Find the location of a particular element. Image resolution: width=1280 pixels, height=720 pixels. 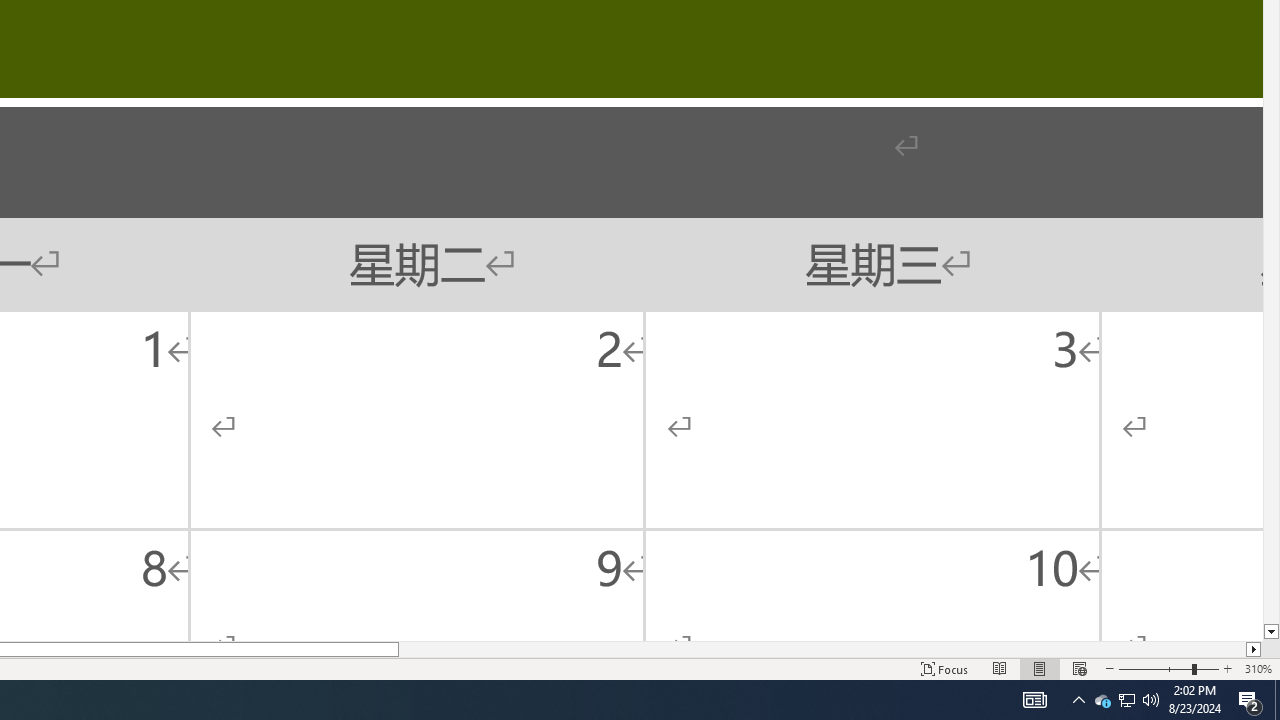

'Read Mode' is located at coordinates (1000, 669).